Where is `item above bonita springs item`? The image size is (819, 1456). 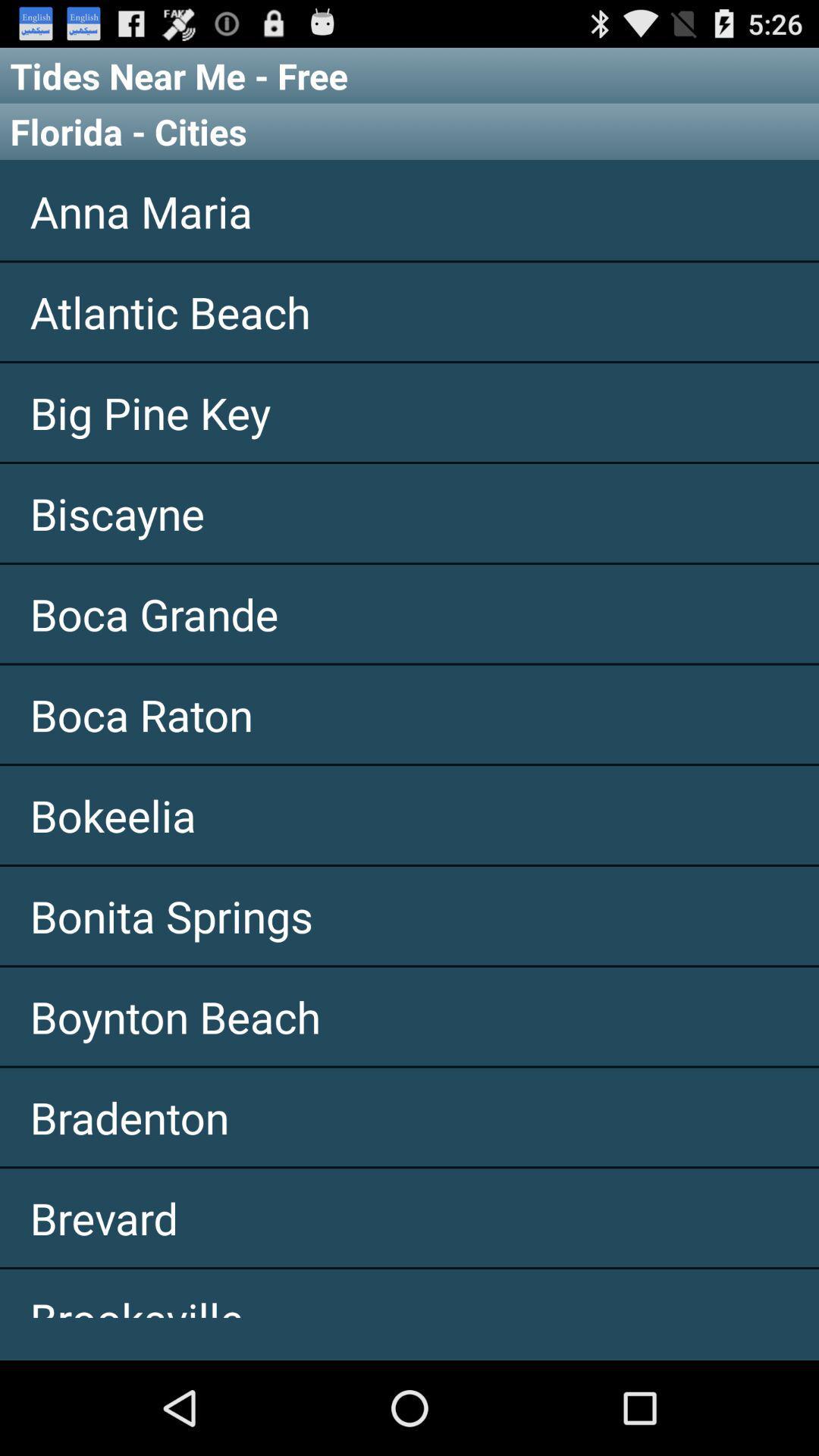
item above bonita springs item is located at coordinates (409, 814).